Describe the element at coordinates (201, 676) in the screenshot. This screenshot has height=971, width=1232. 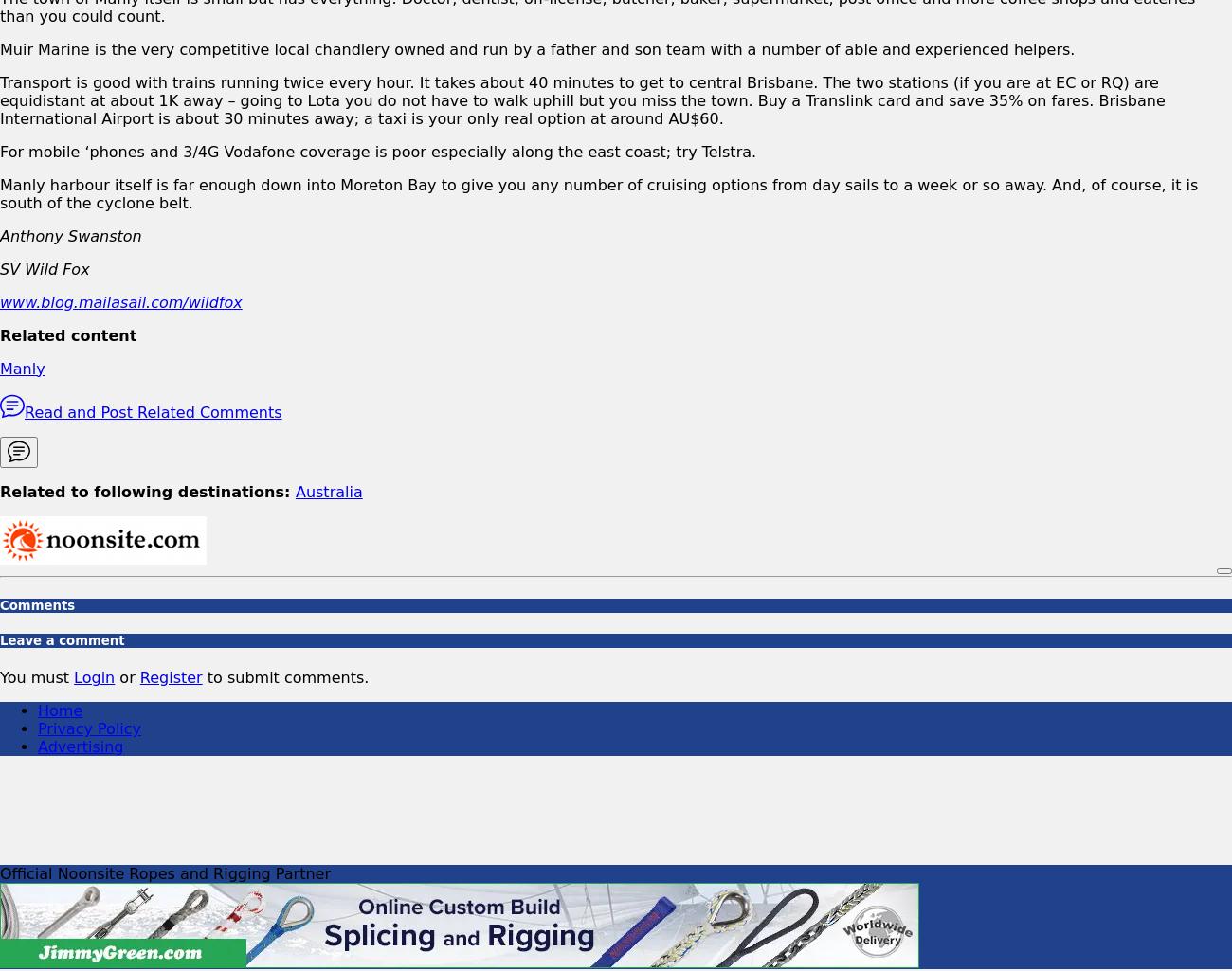
I see `'to submit comments.'` at that location.